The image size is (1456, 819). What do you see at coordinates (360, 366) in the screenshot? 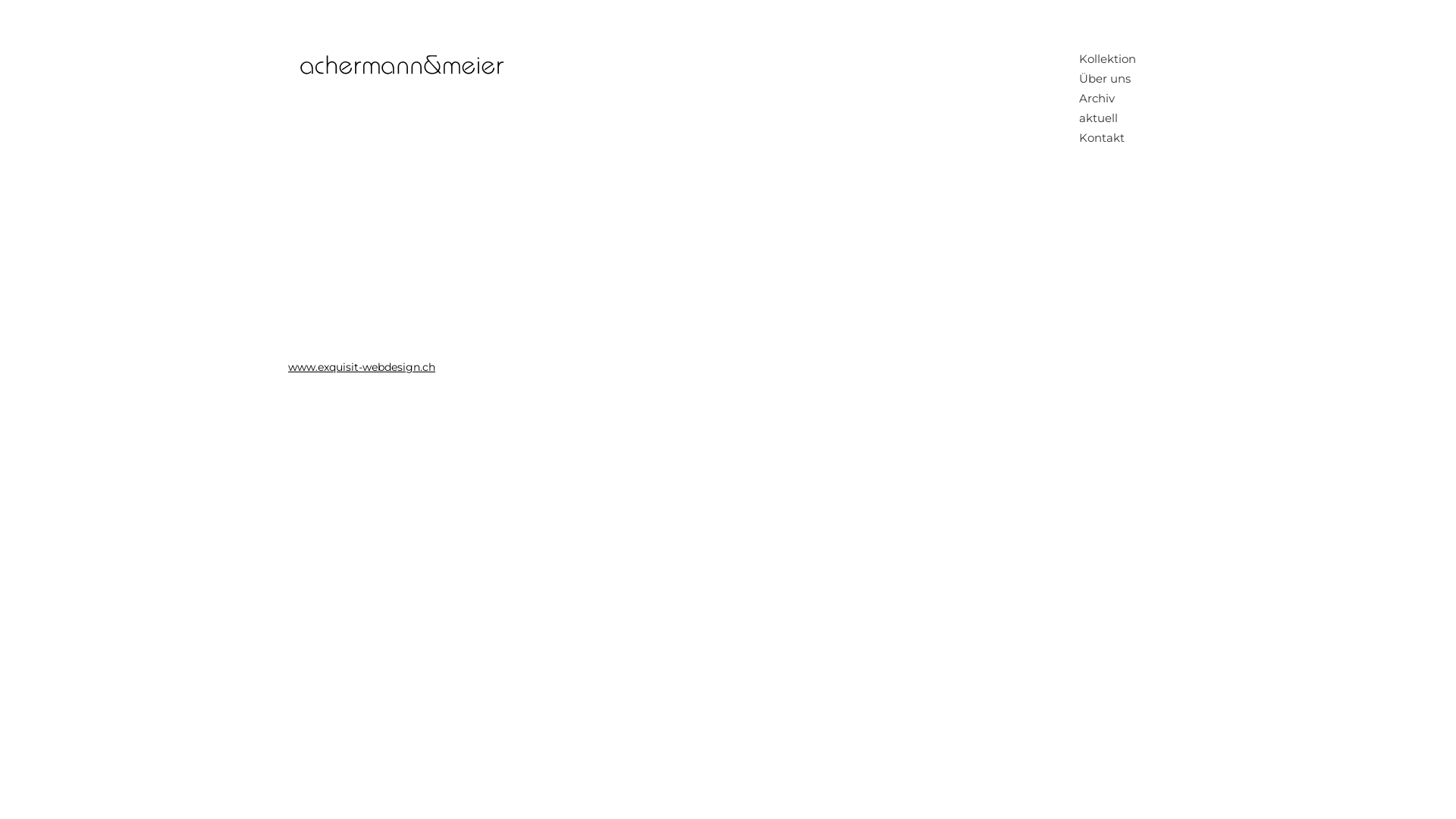
I see `'www.exquisit-webdesign.ch'` at bounding box center [360, 366].